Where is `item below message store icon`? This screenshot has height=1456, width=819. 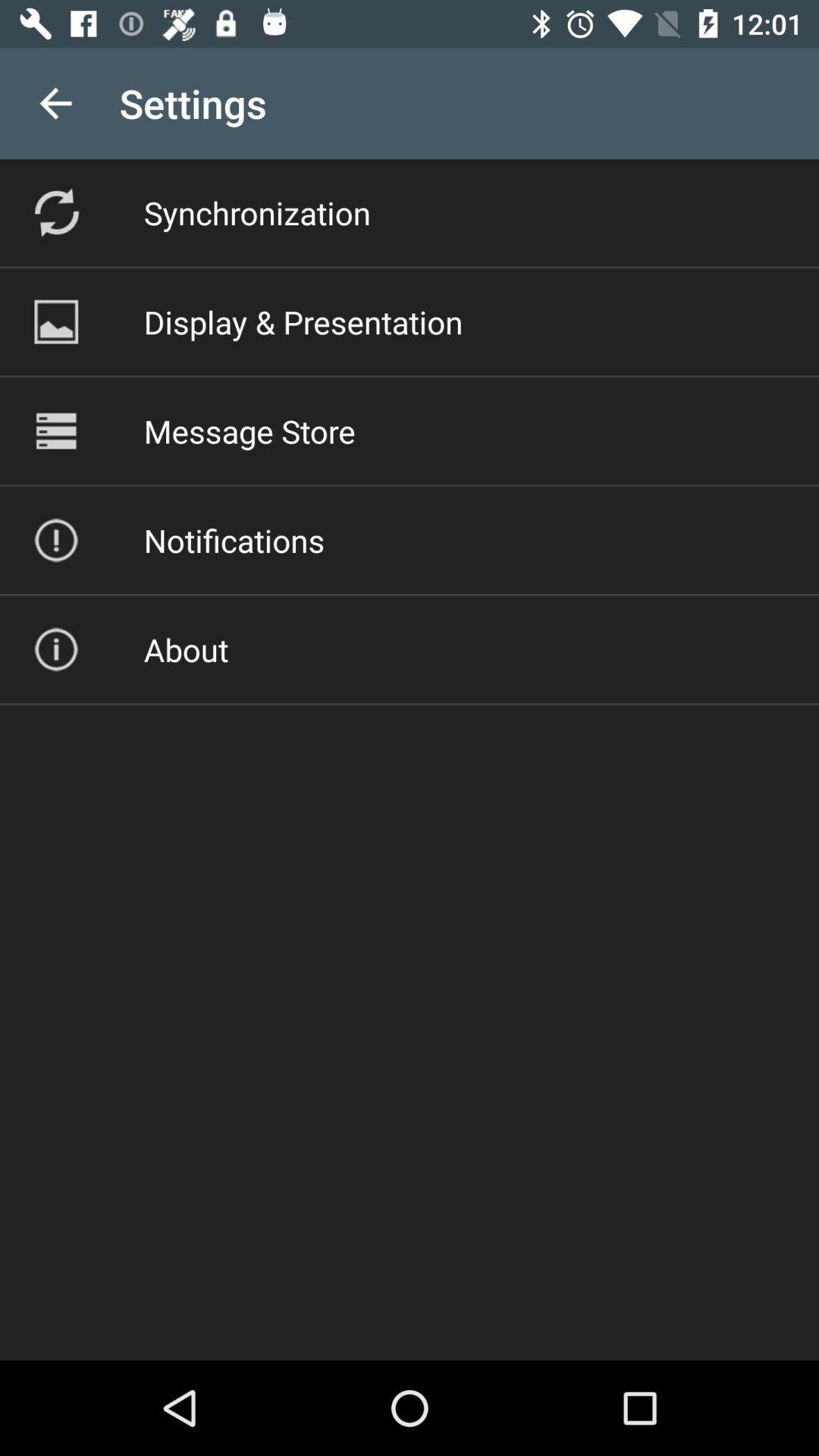
item below message store icon is located at coordinates (234, 540).